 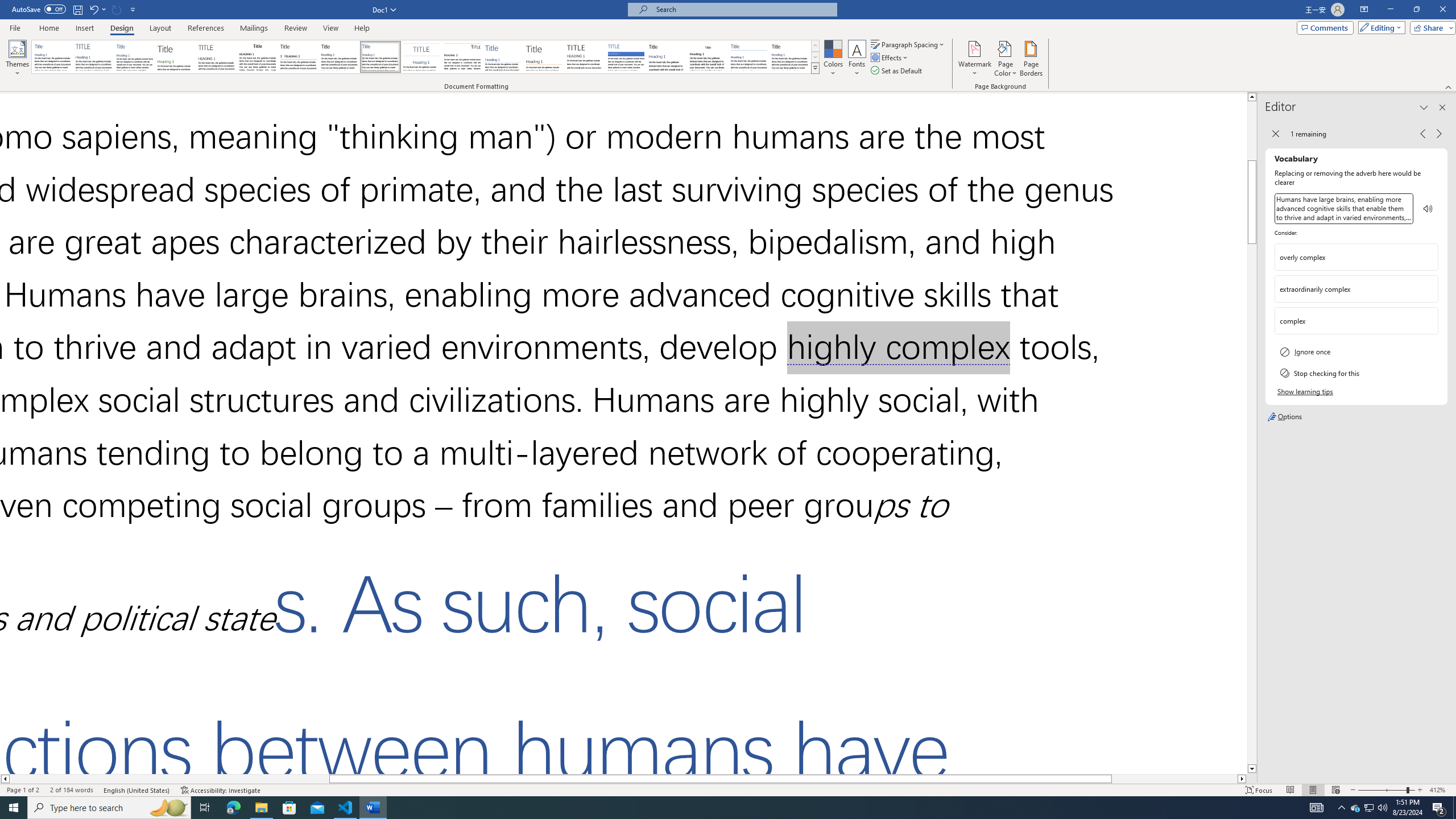 What do you see at coordinates (1347, 257) in the screenshot?
I see `'overly complex'` at bounding box center [1347, 257].